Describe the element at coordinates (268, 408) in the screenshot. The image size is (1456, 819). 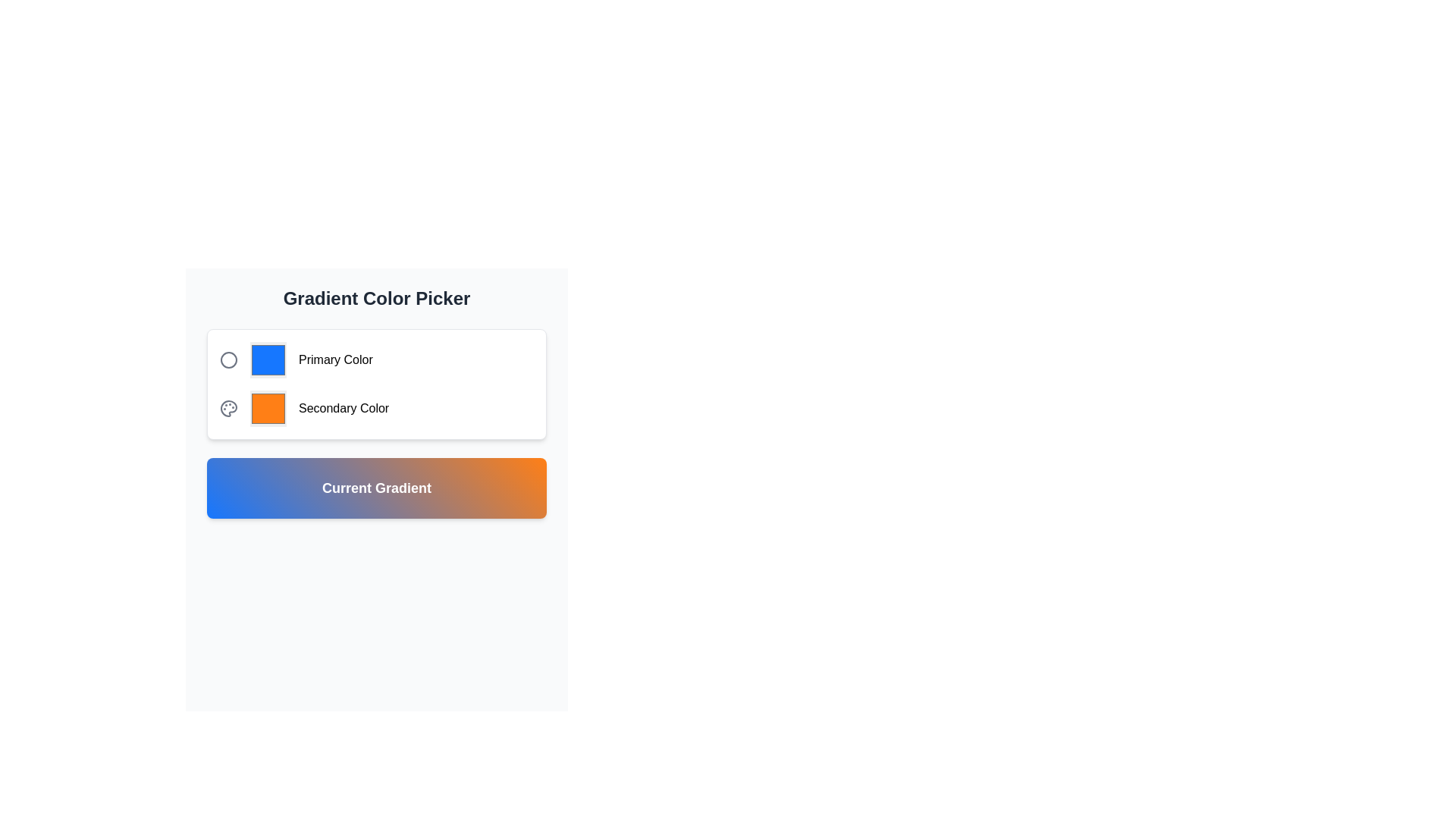
I see `the 'Secondary Color' selection input in the color picker interface` at that location.